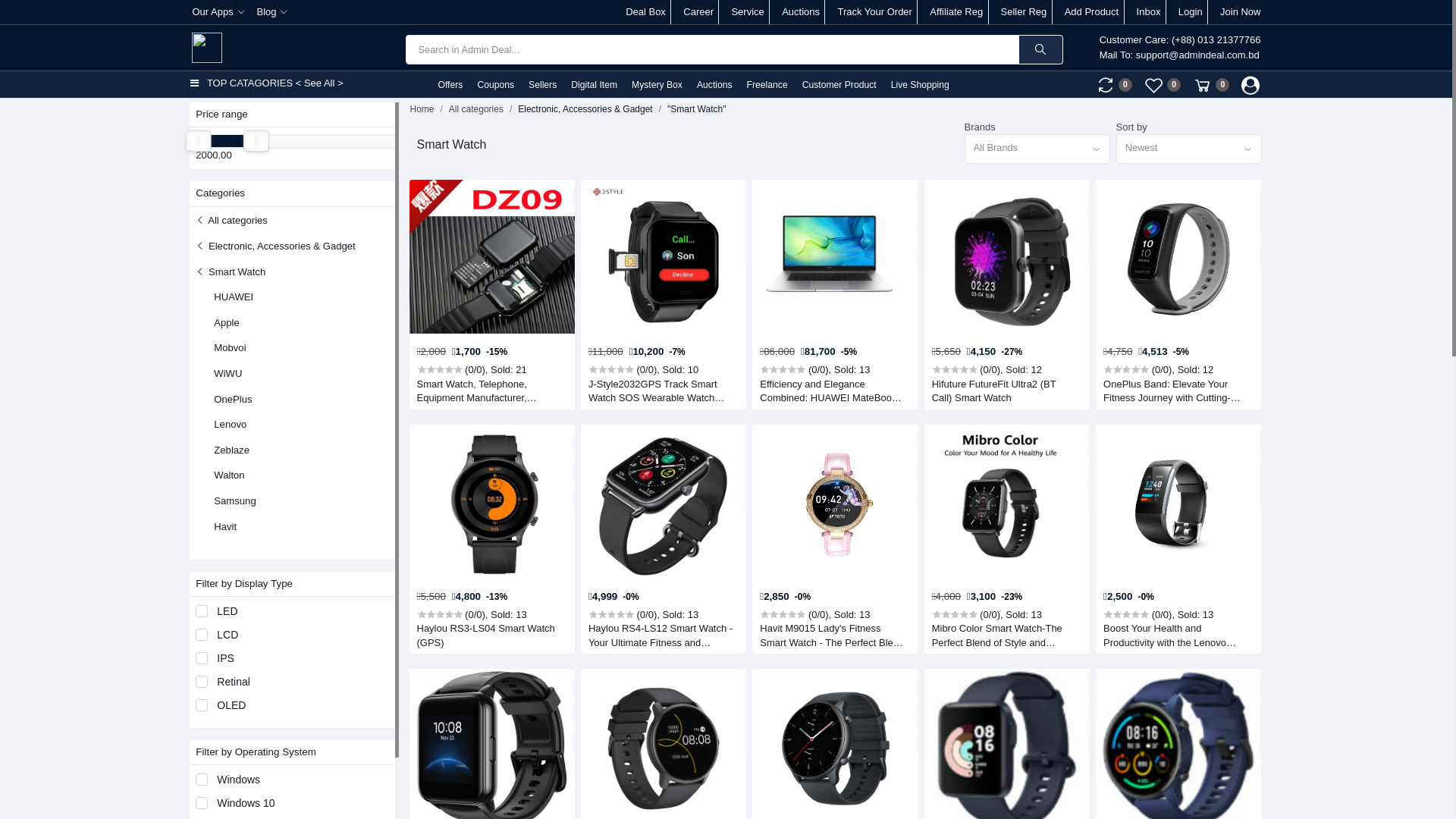 This screenshot has height=819, width=1456. I want to click on 'Seller Reg', so click(1024, 11).